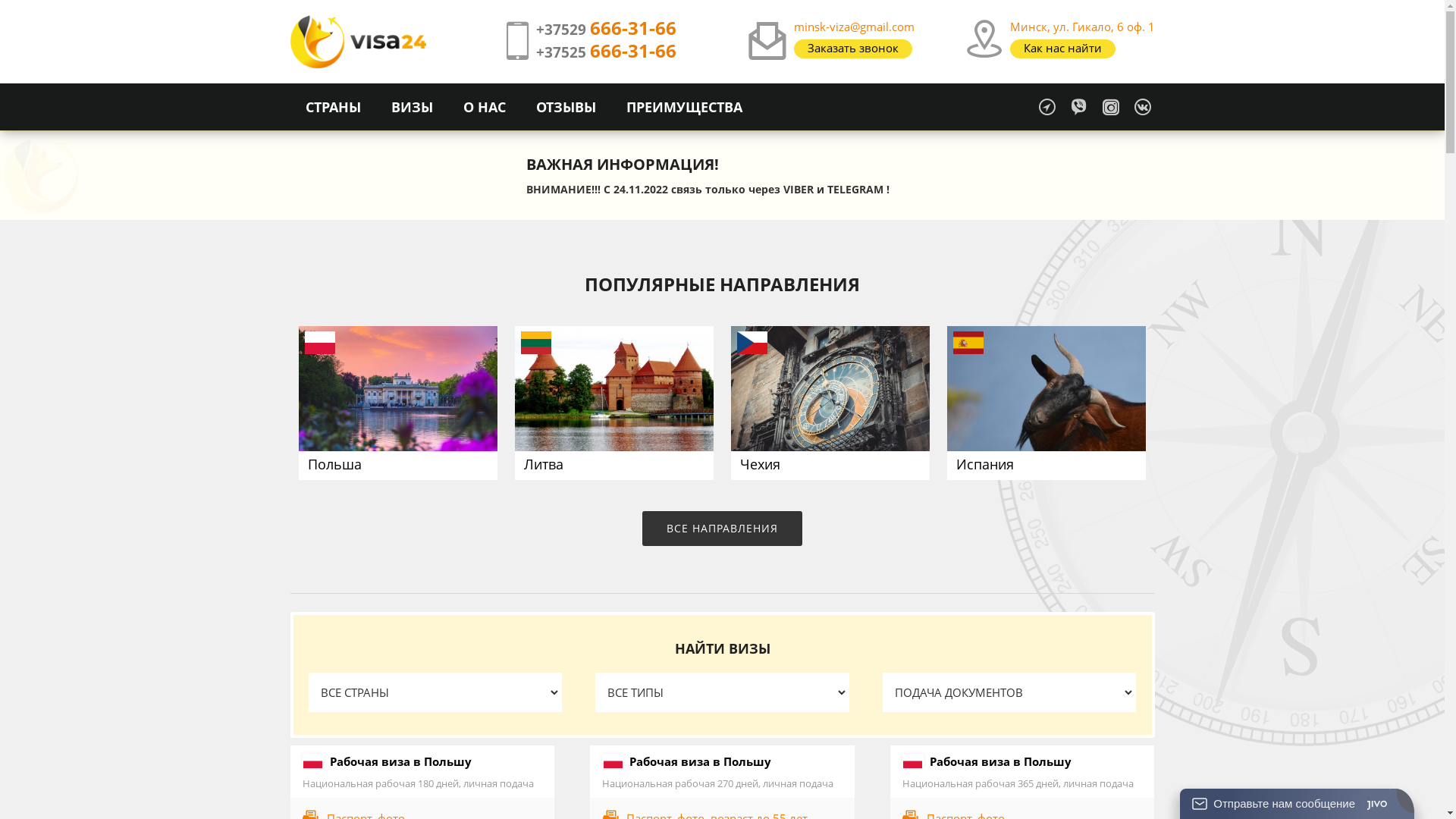 This screenshot has width=1456, height=819. Describe the element at coordinates (854, 26) in the screenshot. I see `'minsk-viza@gmail.com'` at that location.